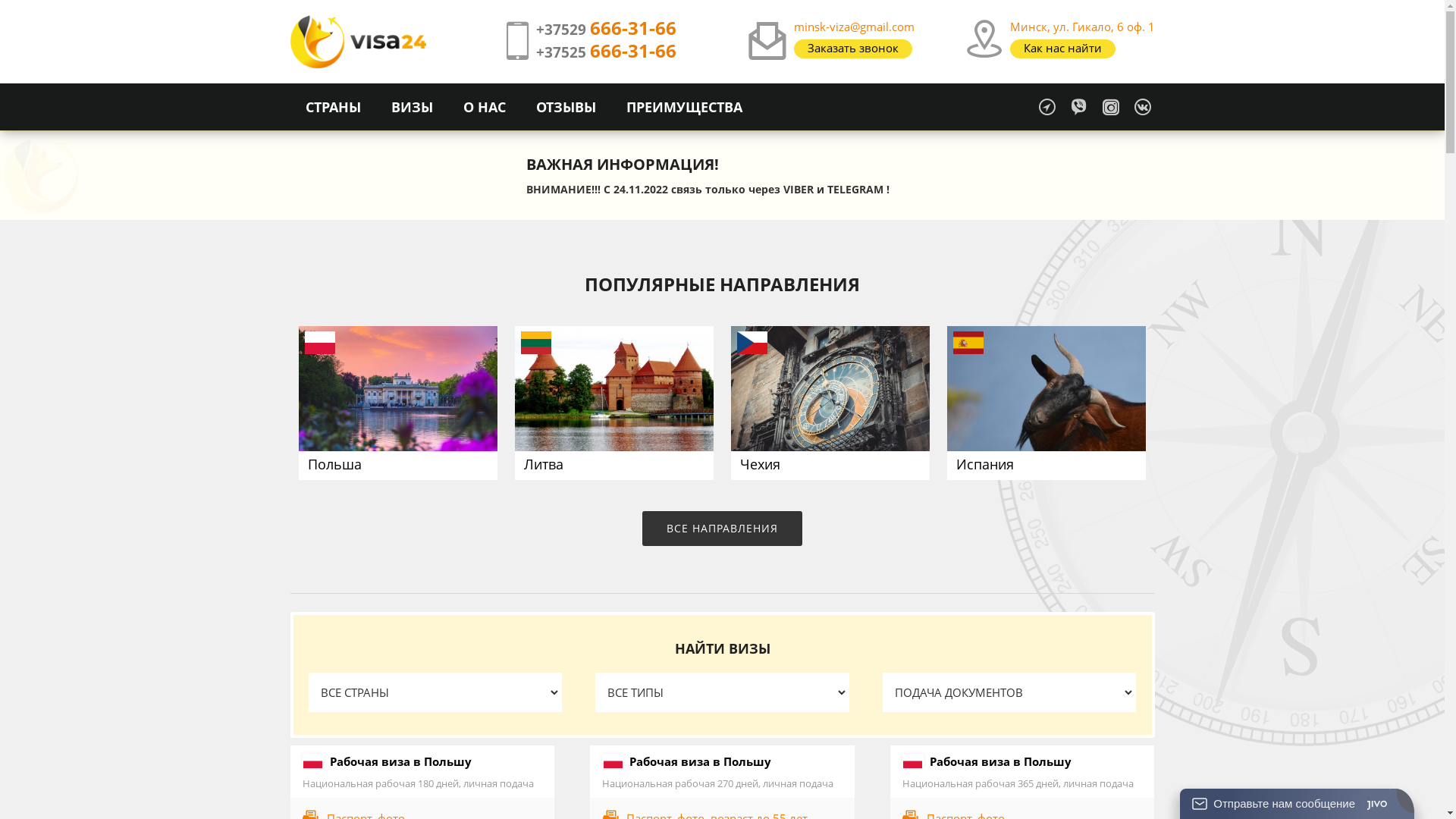 This screenshot has width=1456, height=819. Describe the element at coordinates (854, 26) in the screenshot. I see `'minsk-viza@gmail.com'` at that location.